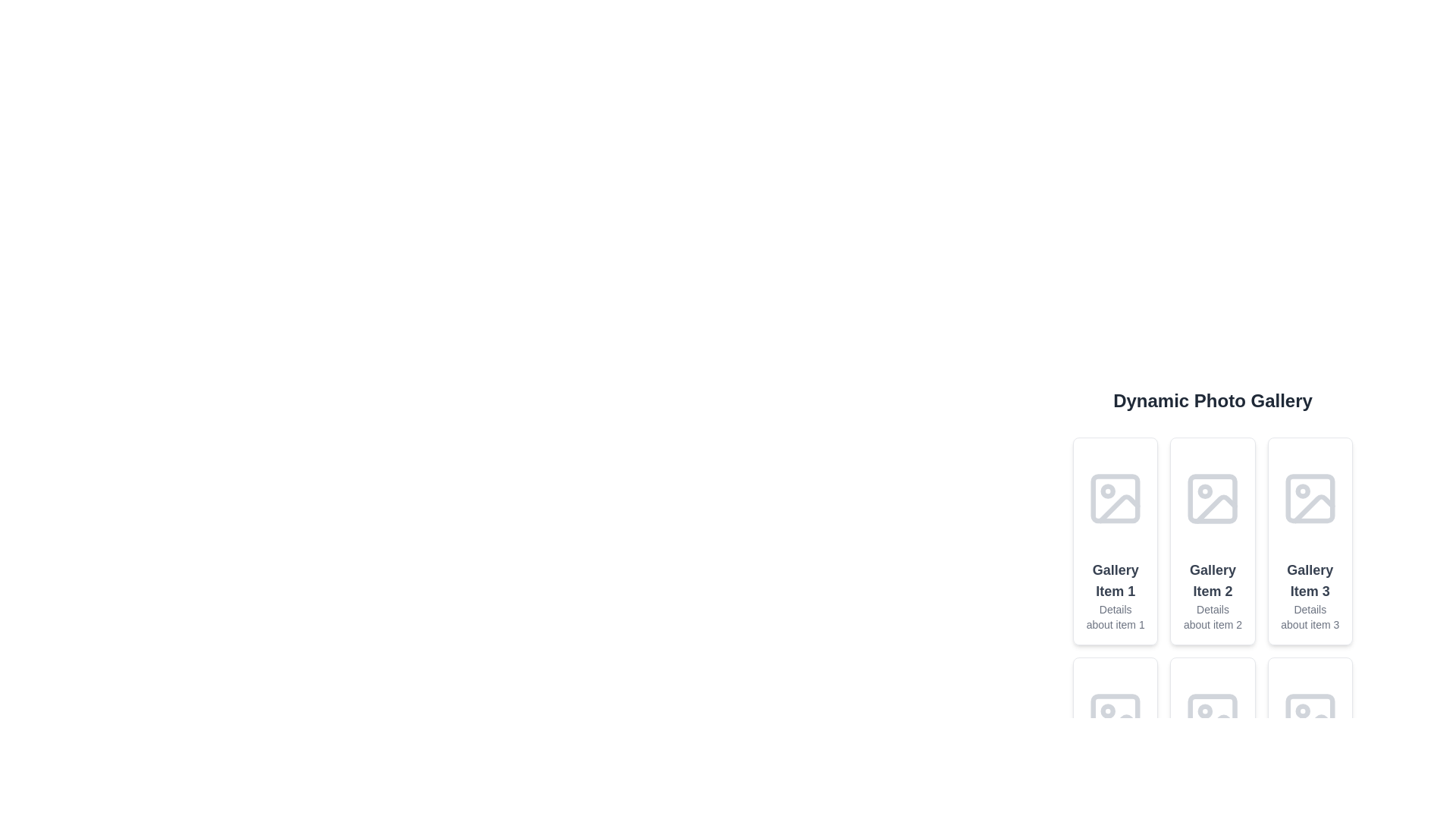  I want to click on the circular graphical element that symbolizes a point of interest in 'Gallery Item 4' located in the second row's first item of a 3x2 grid, so click(1108, 711).